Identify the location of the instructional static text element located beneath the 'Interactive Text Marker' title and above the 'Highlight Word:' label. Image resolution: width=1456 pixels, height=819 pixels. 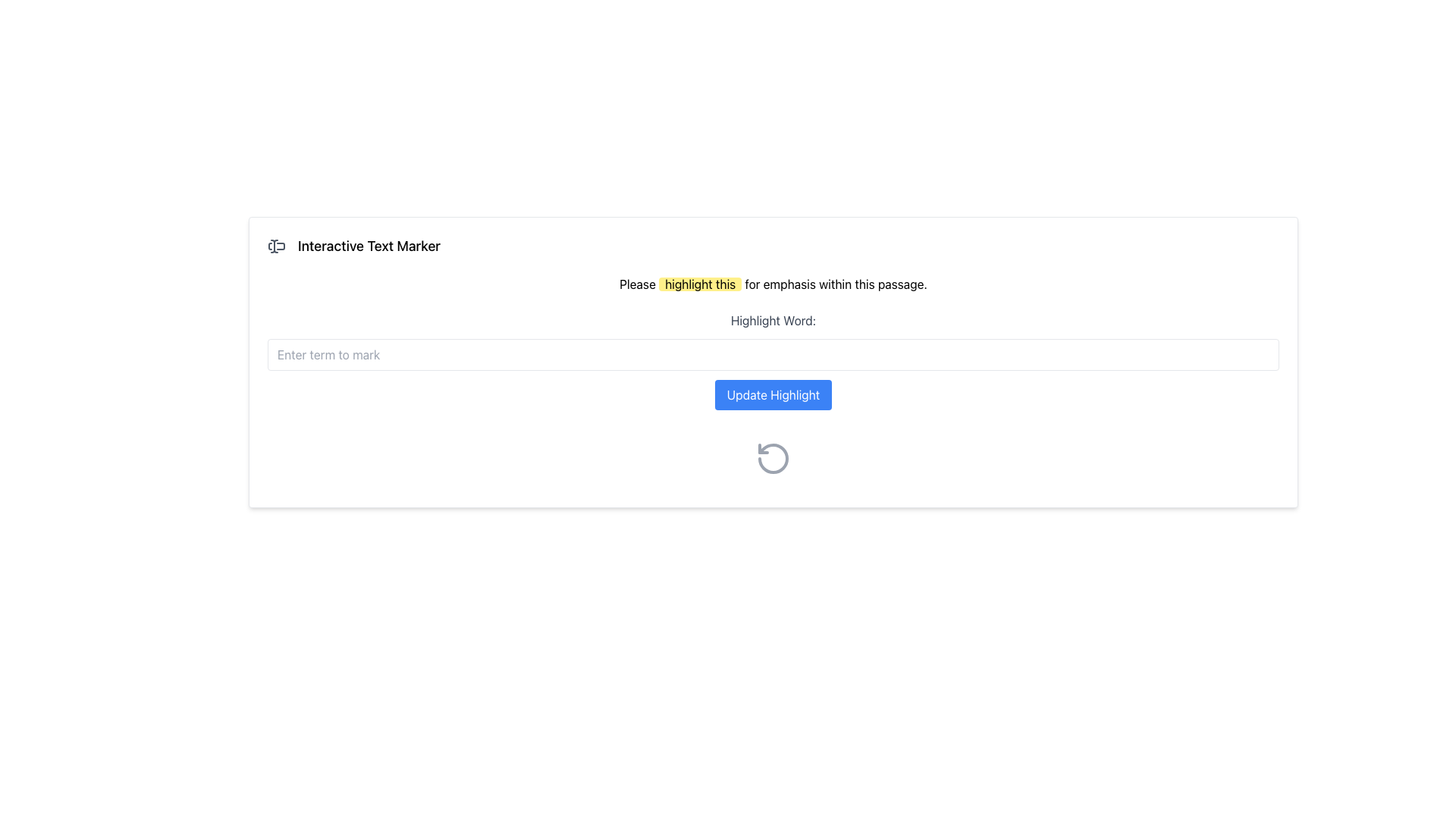
(773, 284).